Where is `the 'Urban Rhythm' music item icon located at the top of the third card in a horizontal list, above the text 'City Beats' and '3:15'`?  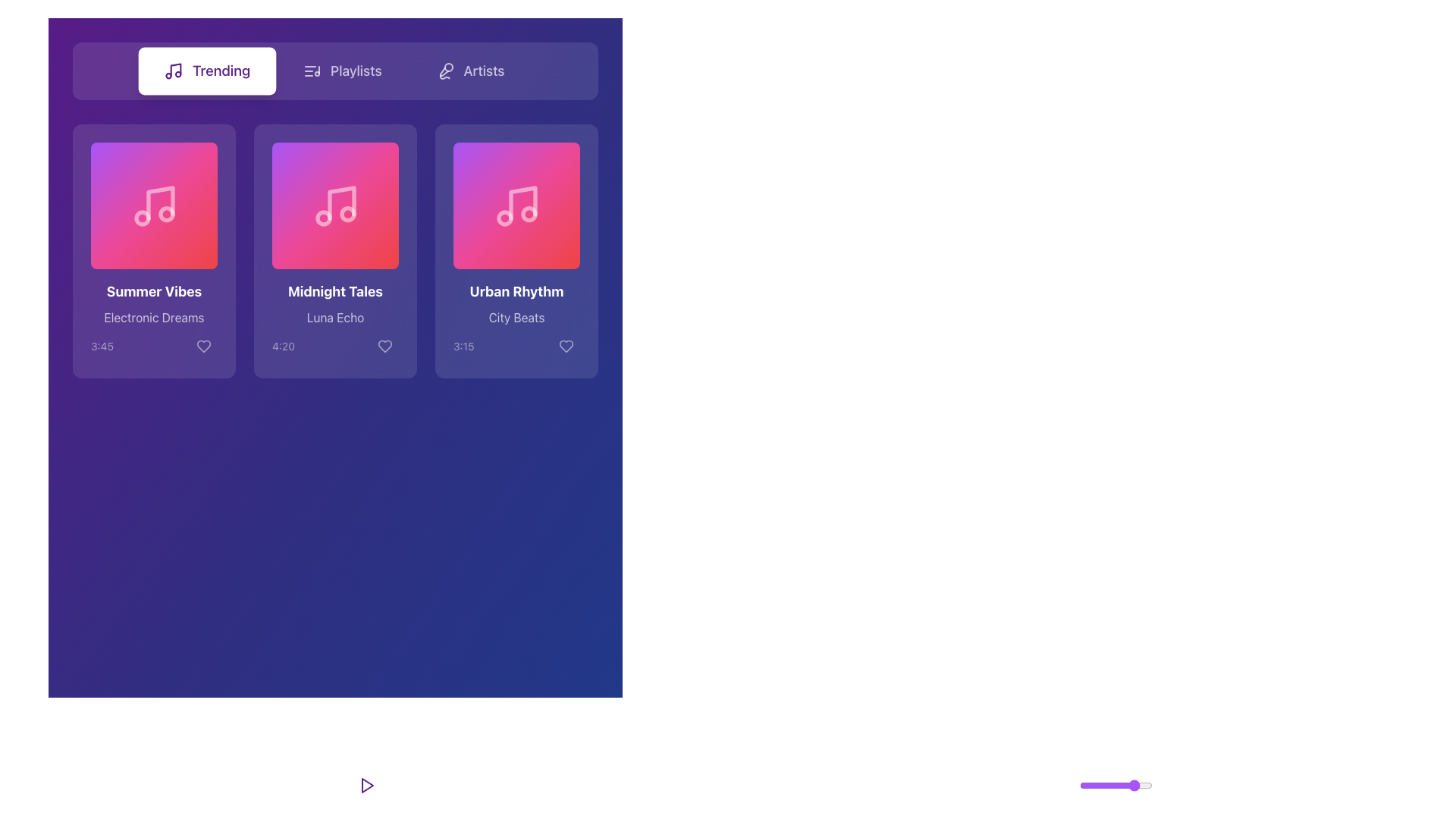
the 'Urban Rhythm' music item icon located at the top of the third card in a horizontal list, above the text 'City Beats' and '3:15' is located at coordinates (516, 206).